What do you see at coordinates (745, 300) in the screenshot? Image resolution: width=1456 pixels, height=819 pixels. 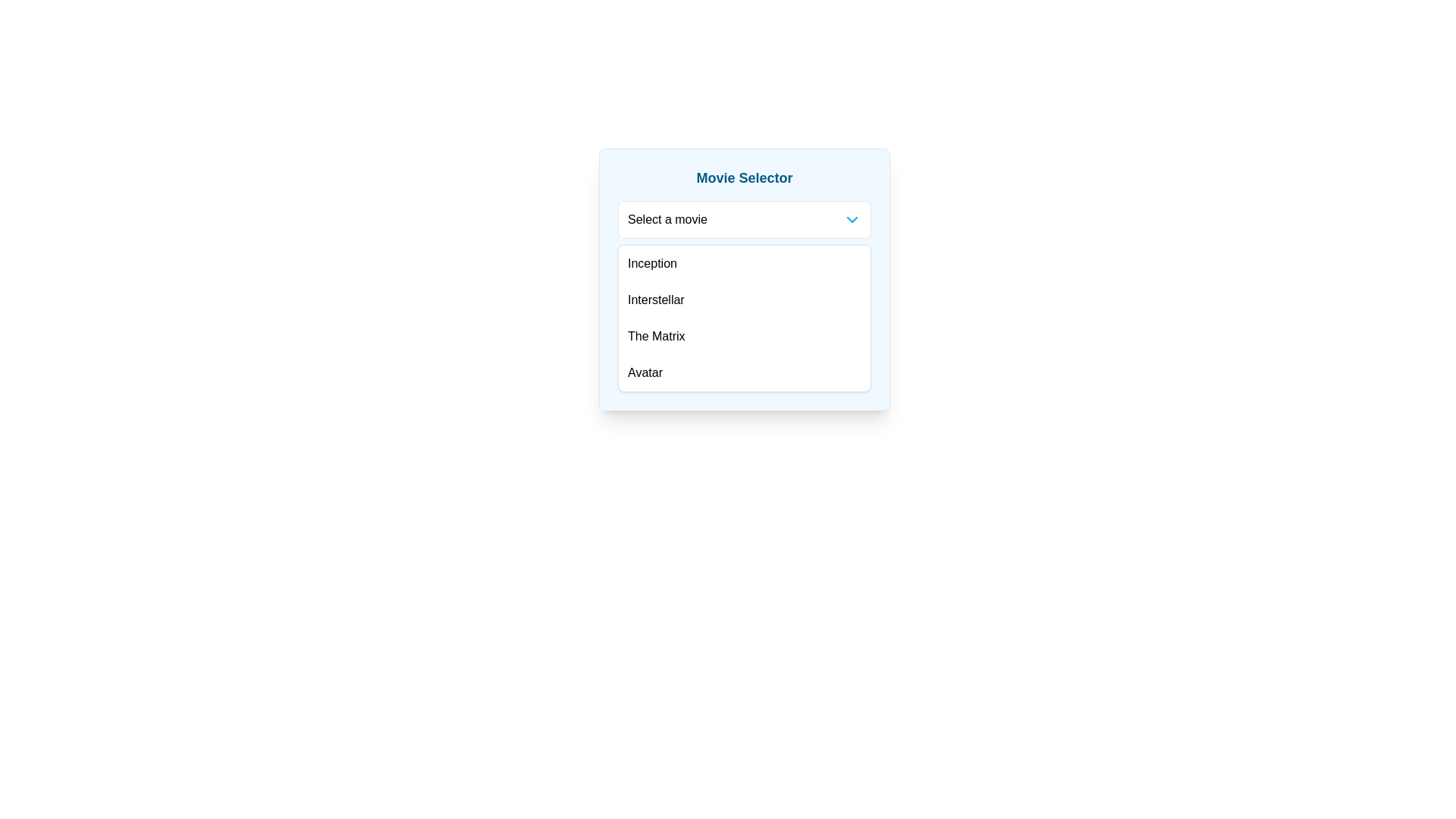 I see `to select the movie option located directly below 'Inception' in the dropdown menu labeled 'Movie Selector'` at bounding box center [745, 300].